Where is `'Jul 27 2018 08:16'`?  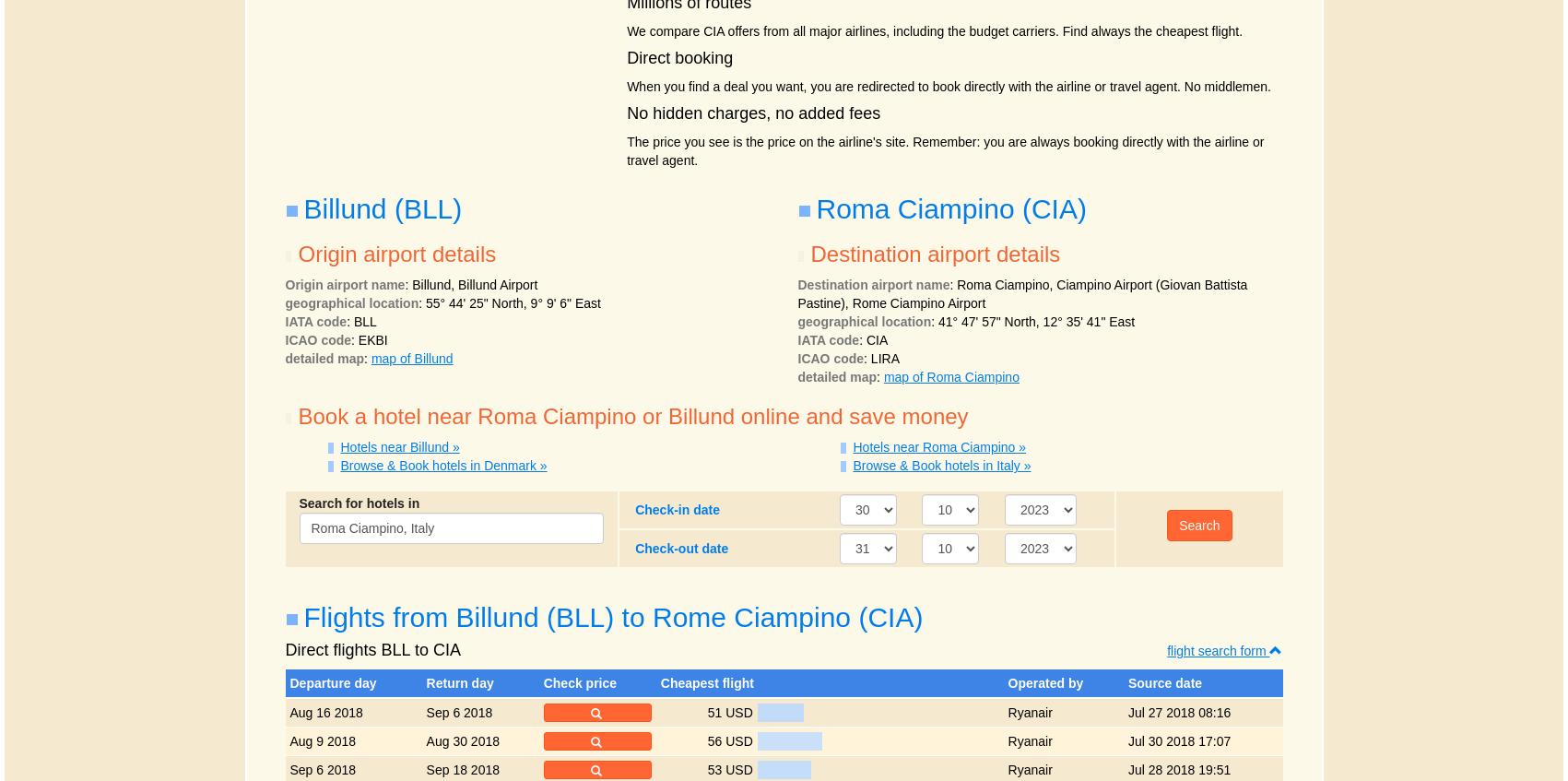
'Jul 27 2018 08:16' is located at coordinates (1178, 711).